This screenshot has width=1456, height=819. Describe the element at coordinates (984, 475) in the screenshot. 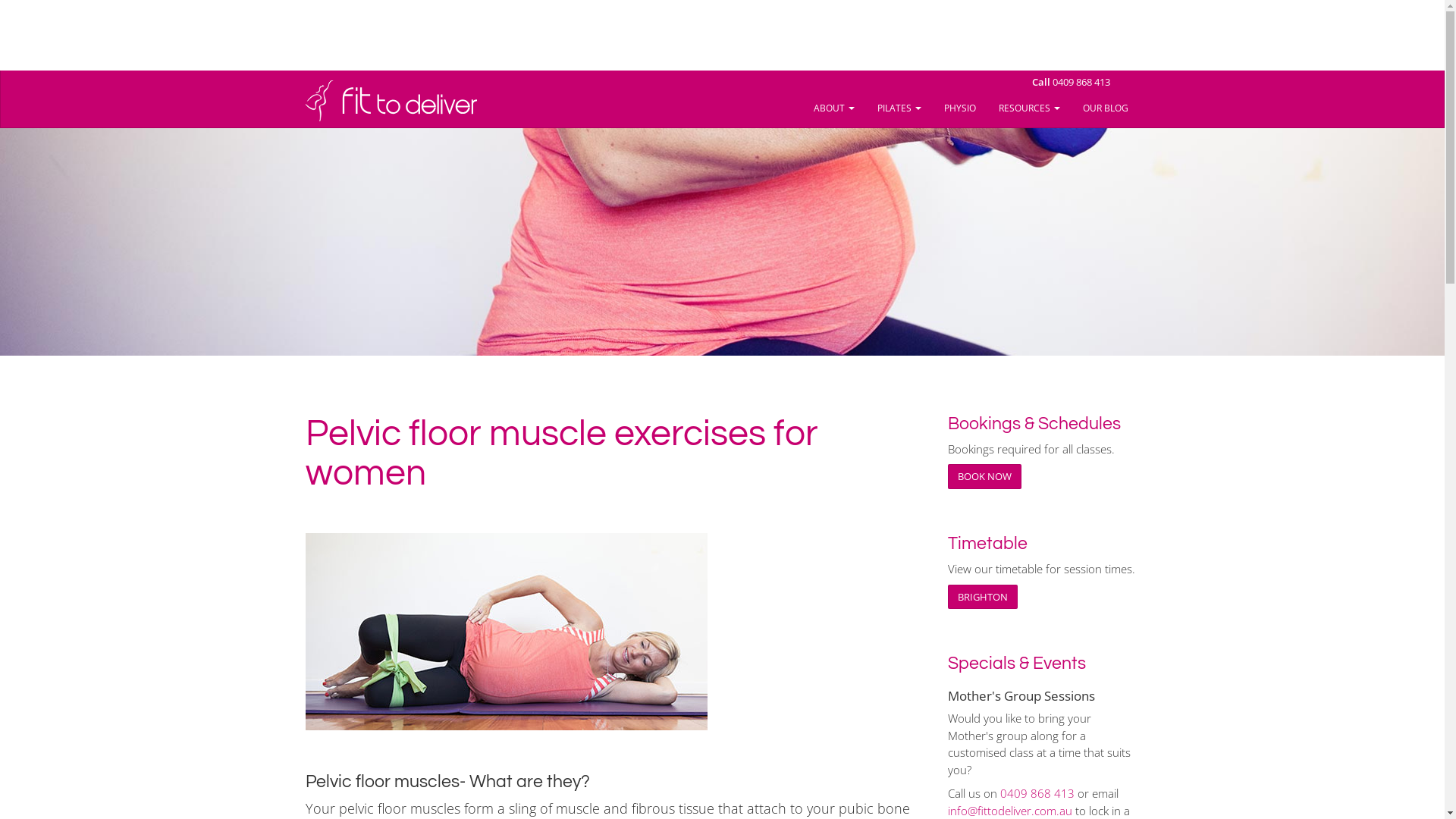

I see `'BOOK NOW'` at that location.